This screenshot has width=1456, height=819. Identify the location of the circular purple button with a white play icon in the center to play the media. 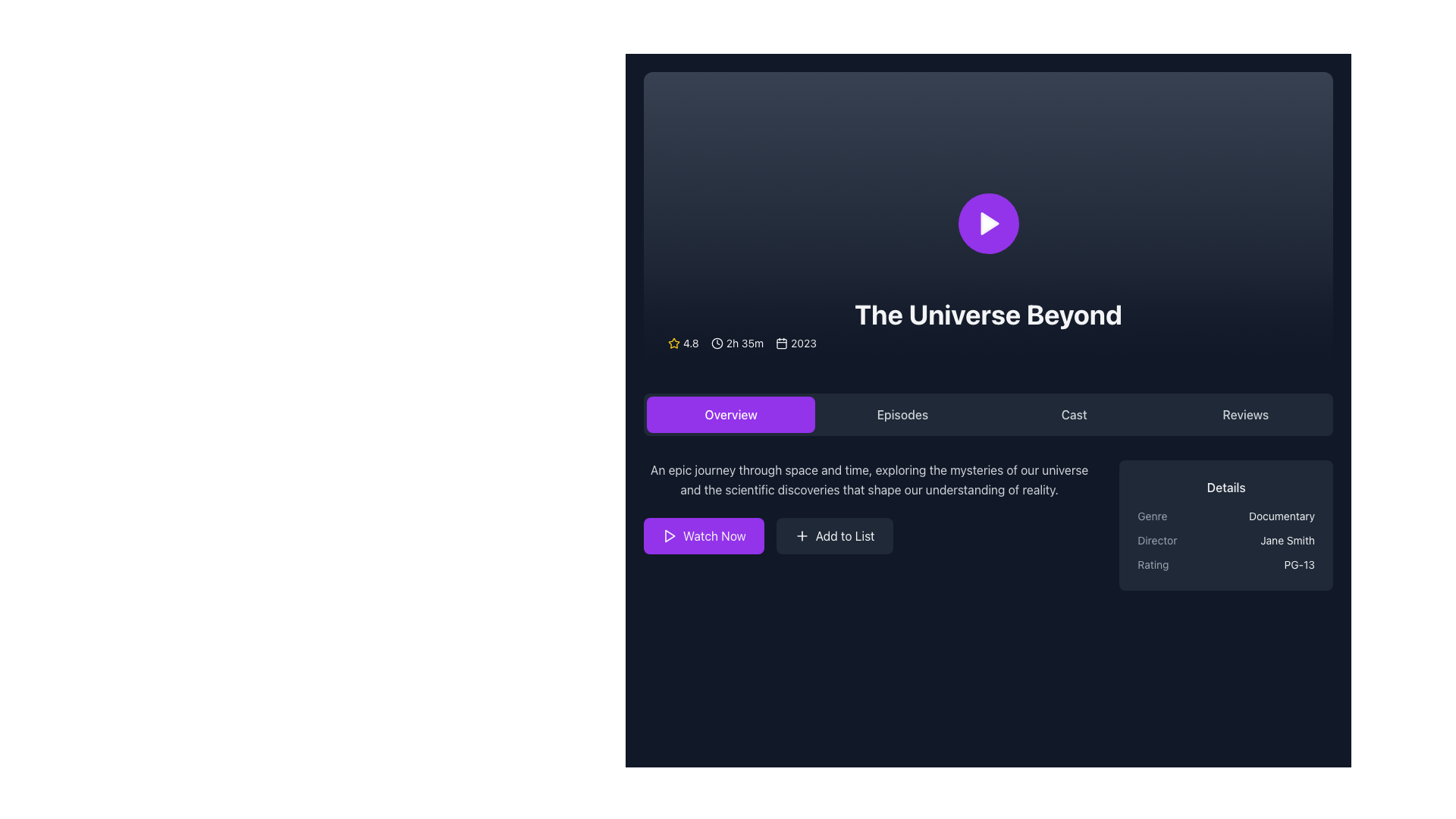
(988, 223).